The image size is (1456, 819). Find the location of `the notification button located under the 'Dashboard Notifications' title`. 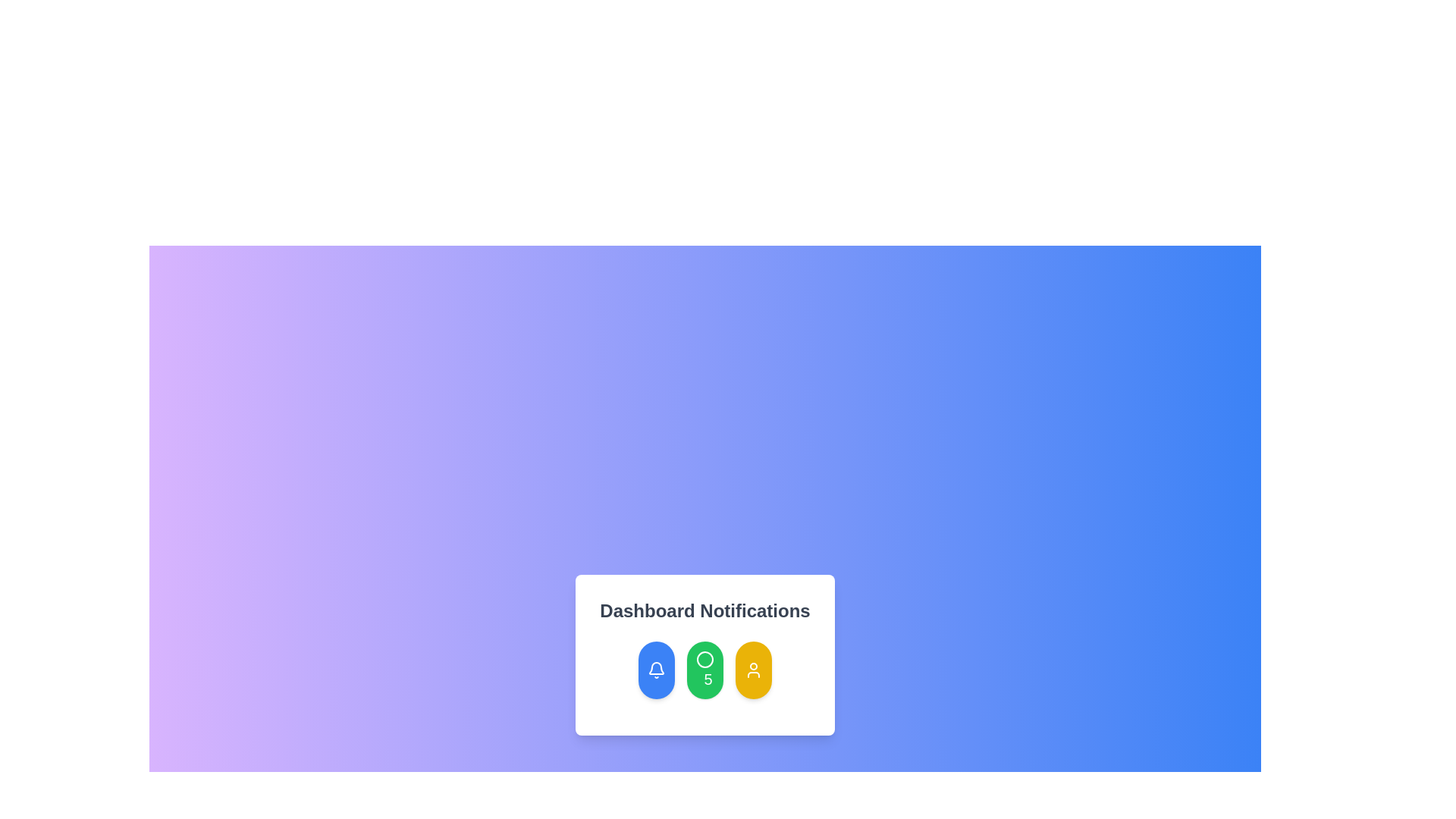

the notification button located under the 'Dashboard Notifications' title is located at coordinates (656, 669).